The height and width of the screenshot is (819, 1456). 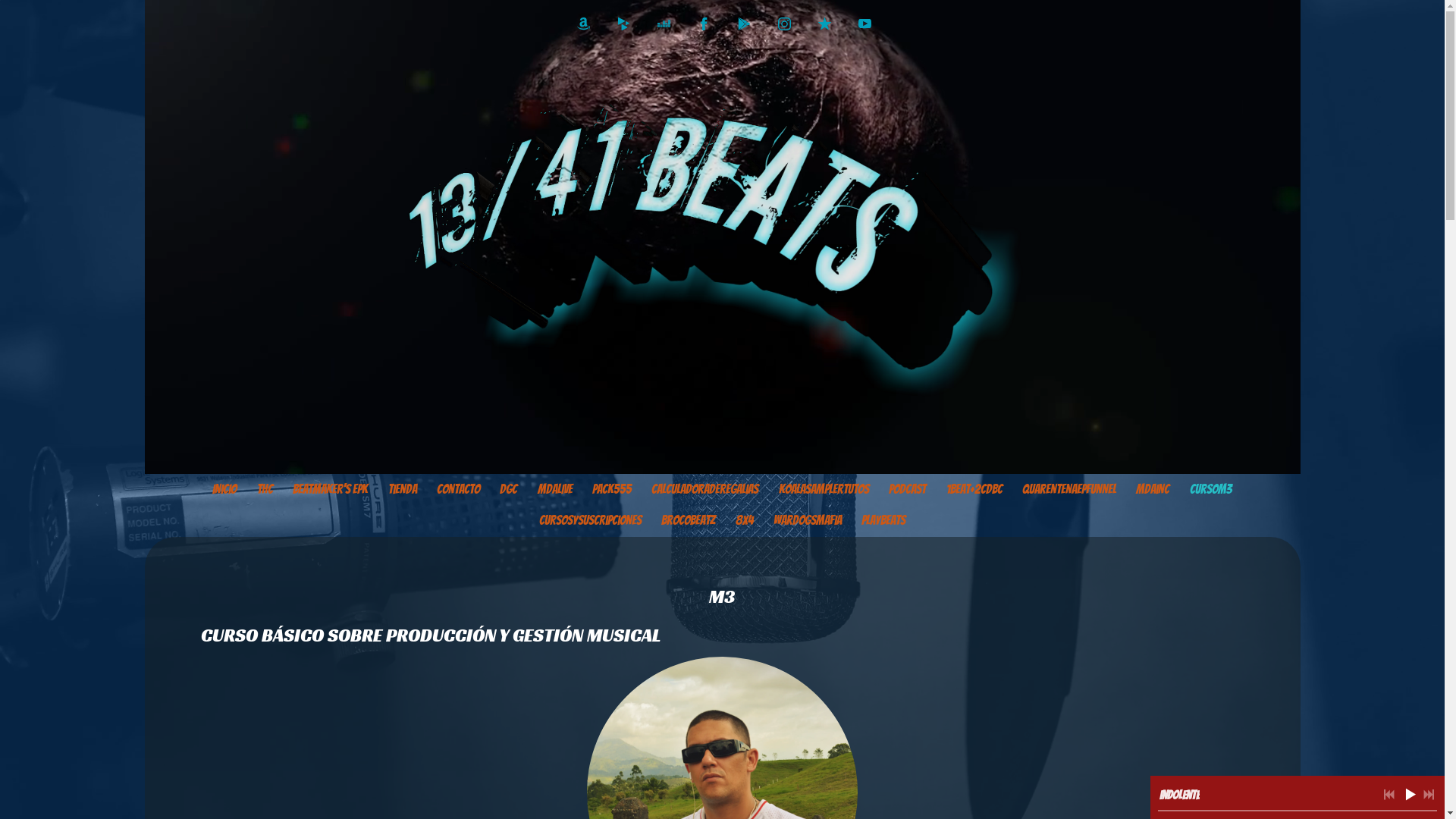 What do you see at coordinates (611, 489) in the screenshot?
I see `'PACK555'` at bounding box center [611, 489].